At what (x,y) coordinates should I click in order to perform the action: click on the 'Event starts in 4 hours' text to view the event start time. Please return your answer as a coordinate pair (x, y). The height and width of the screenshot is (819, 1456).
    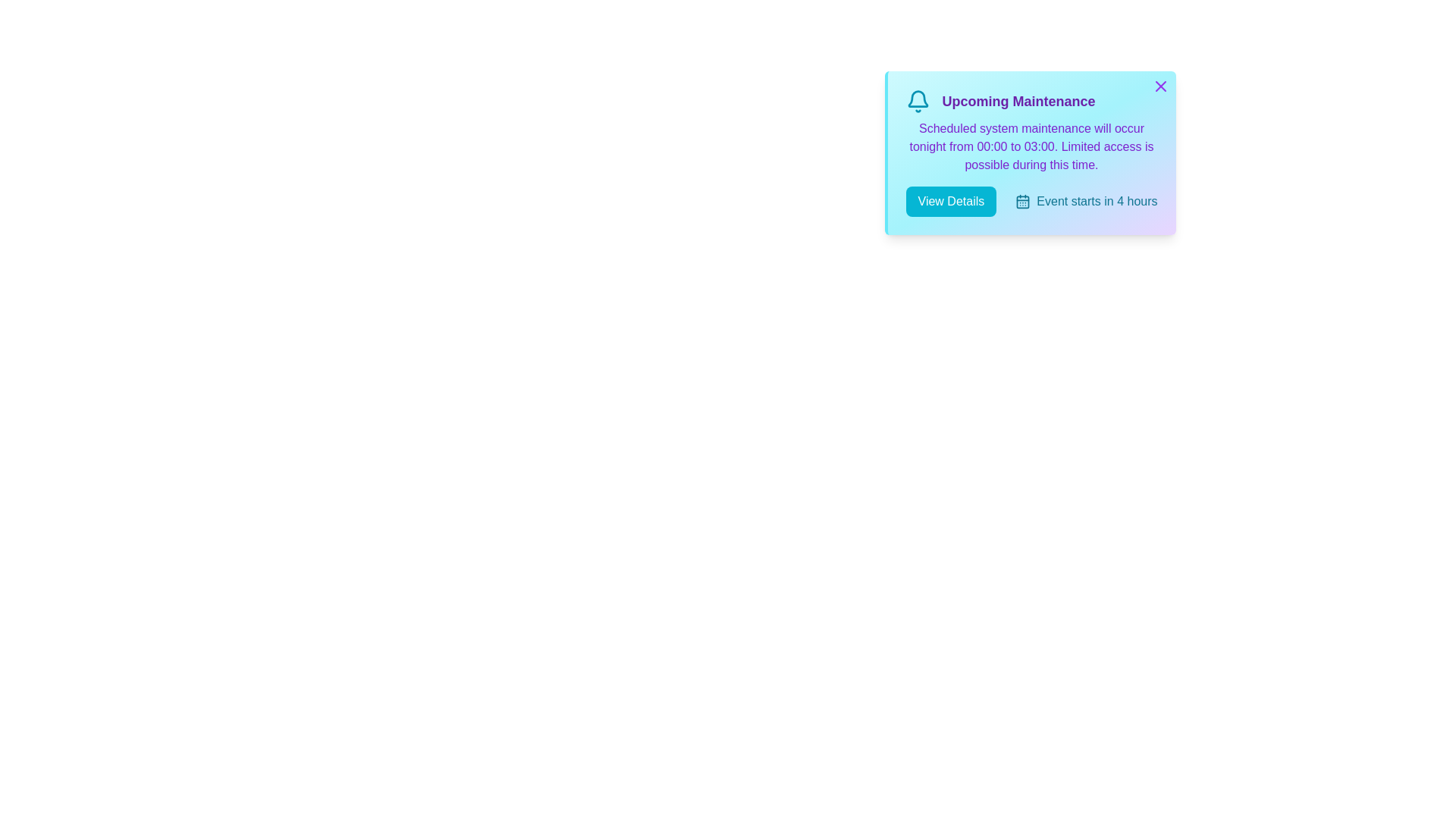
    Looking at the image, I should click on (1085, 201).